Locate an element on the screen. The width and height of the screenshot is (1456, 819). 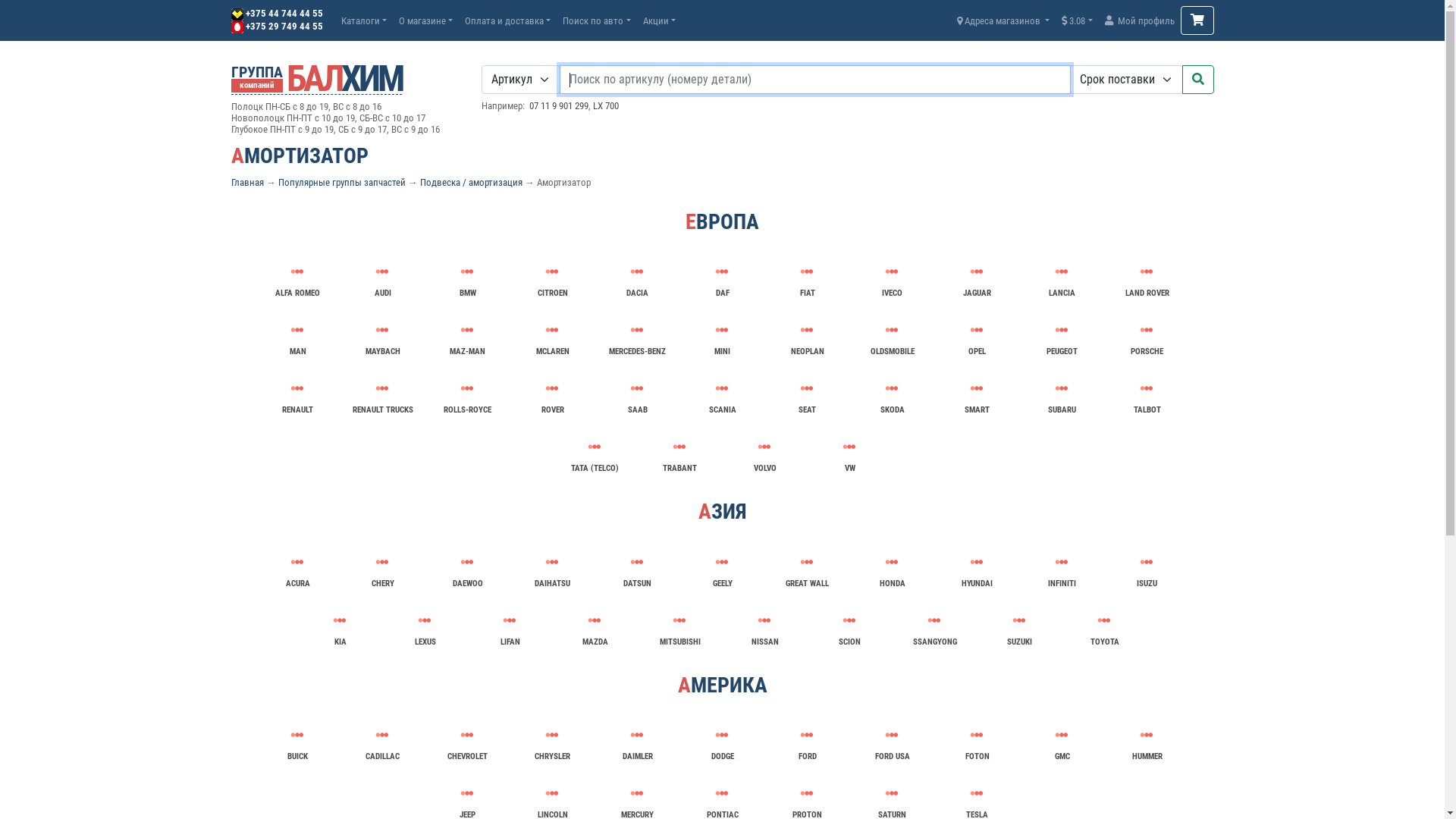
'HUMMER' is located at coordinates (1147, 739).